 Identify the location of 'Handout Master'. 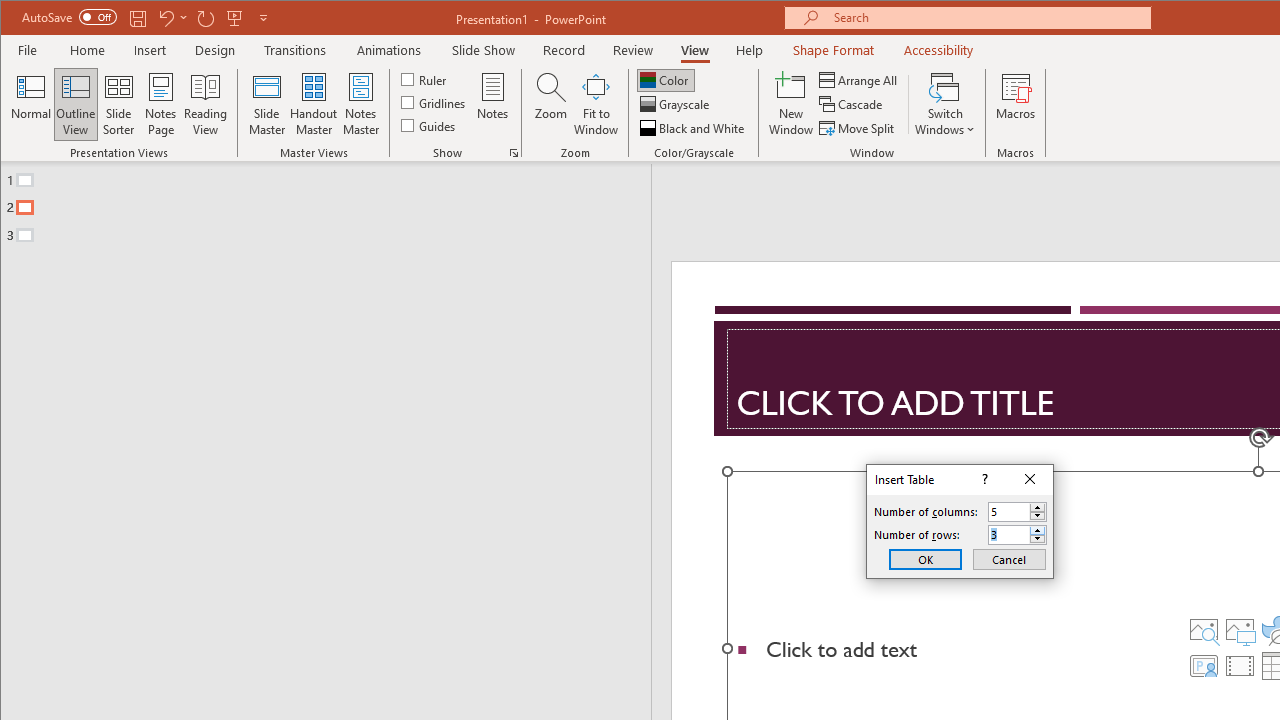
(313, 104).